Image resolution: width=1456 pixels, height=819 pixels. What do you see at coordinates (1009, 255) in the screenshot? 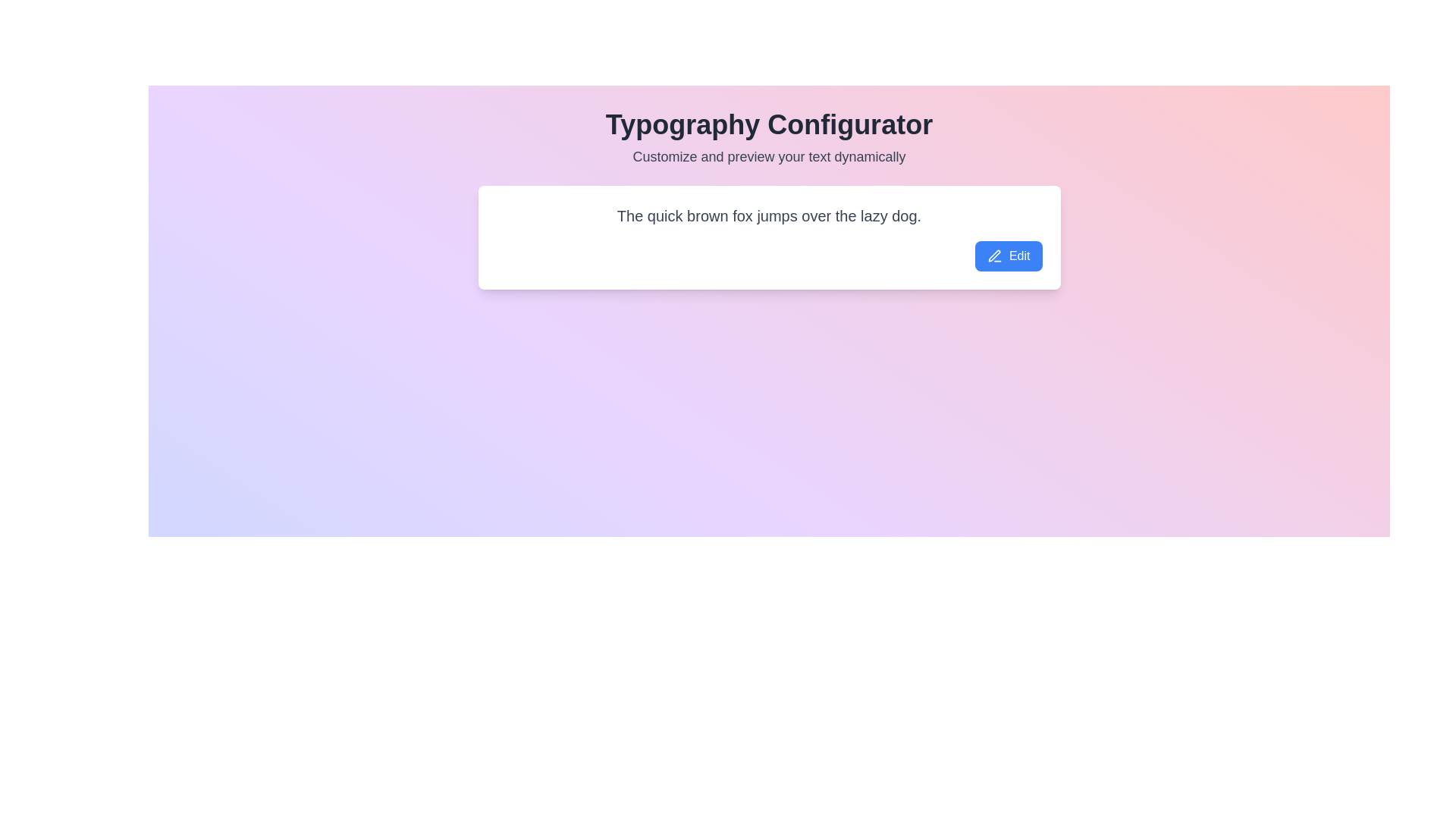
I see `the interactive edit button located at the bottom right of the white card to observe the background color change` at bounding box center [1009, 255].